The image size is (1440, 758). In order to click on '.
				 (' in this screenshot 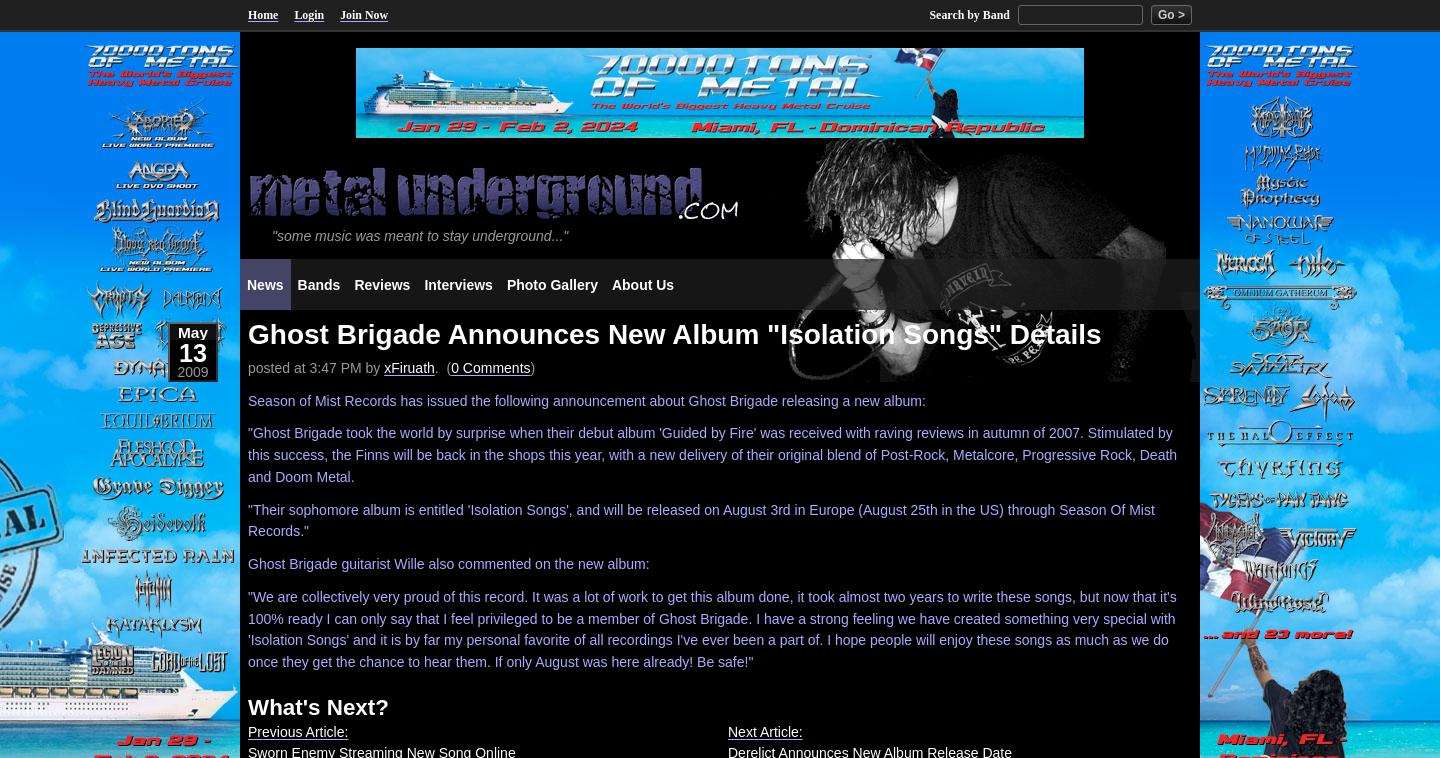, I will do `click(442, 367)`.